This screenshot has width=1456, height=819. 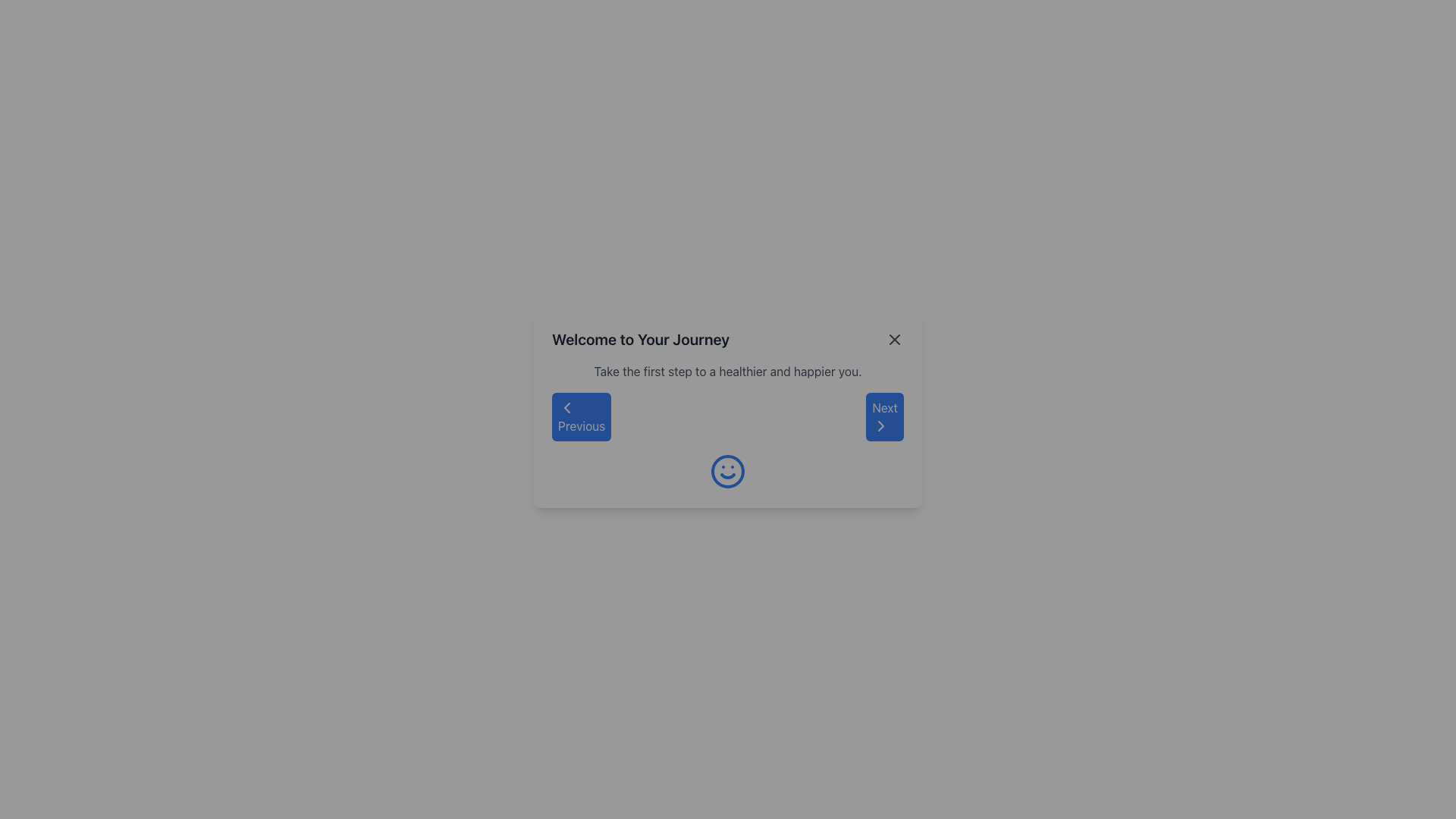 What do you see at coordinates (881, 426) in the screenshot?
I see `the rightward-pointing chevron icon within the 'Next' button` at bounding box center [881, 426].